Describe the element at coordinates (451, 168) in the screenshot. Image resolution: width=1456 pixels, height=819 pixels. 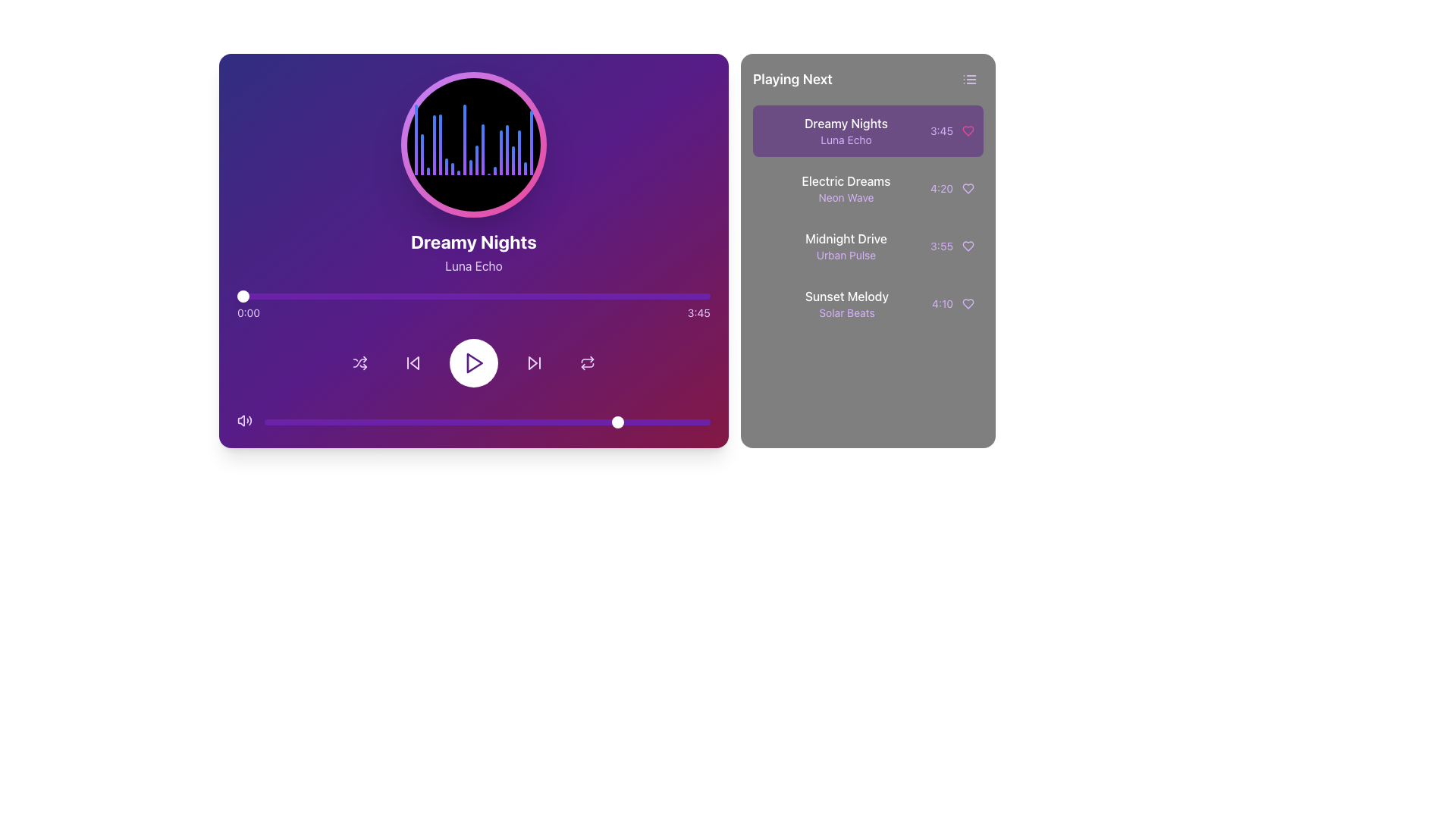
I see `the seventh vertical bar in the histogram or visualizer, which is a thin rectangle with a gradient fill from purple to blue and rounded top corners` at that location.